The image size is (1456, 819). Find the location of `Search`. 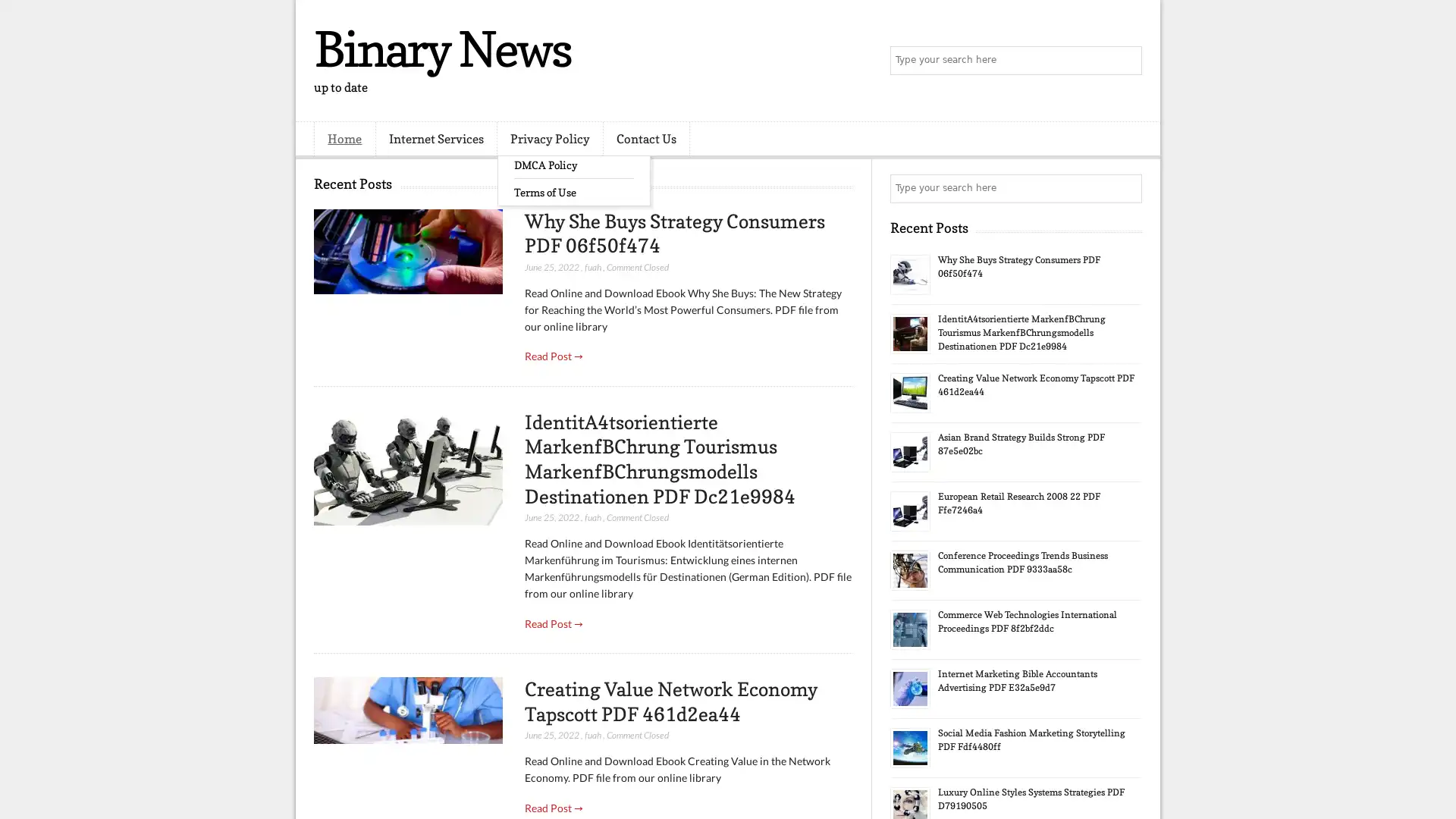

Search is located at coordinates (1126, 188).